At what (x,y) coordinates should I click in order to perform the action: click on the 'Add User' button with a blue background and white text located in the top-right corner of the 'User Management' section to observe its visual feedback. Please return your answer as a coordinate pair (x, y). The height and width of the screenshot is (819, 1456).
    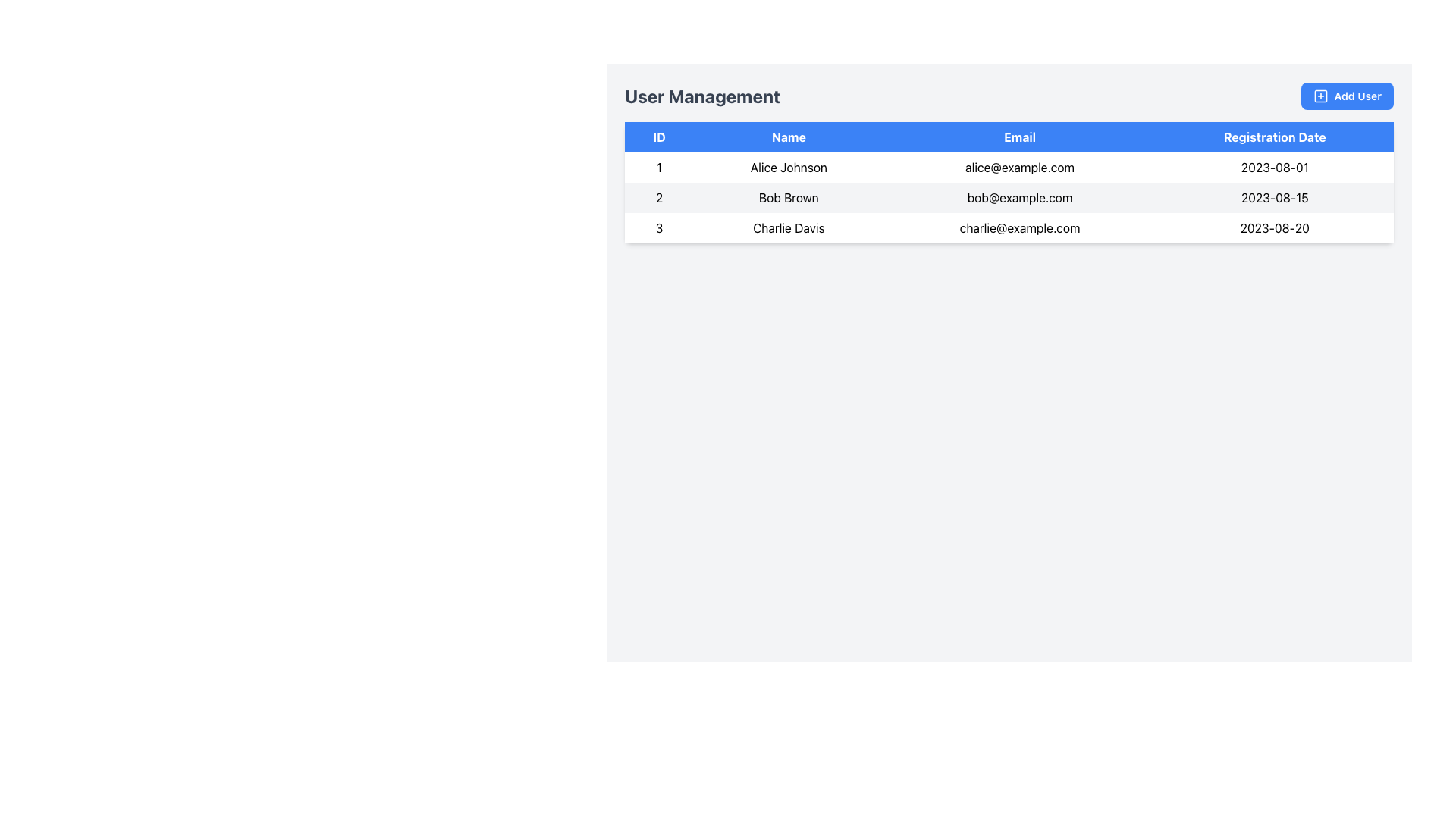
    Looking at the image, I should click on (1347, 96).